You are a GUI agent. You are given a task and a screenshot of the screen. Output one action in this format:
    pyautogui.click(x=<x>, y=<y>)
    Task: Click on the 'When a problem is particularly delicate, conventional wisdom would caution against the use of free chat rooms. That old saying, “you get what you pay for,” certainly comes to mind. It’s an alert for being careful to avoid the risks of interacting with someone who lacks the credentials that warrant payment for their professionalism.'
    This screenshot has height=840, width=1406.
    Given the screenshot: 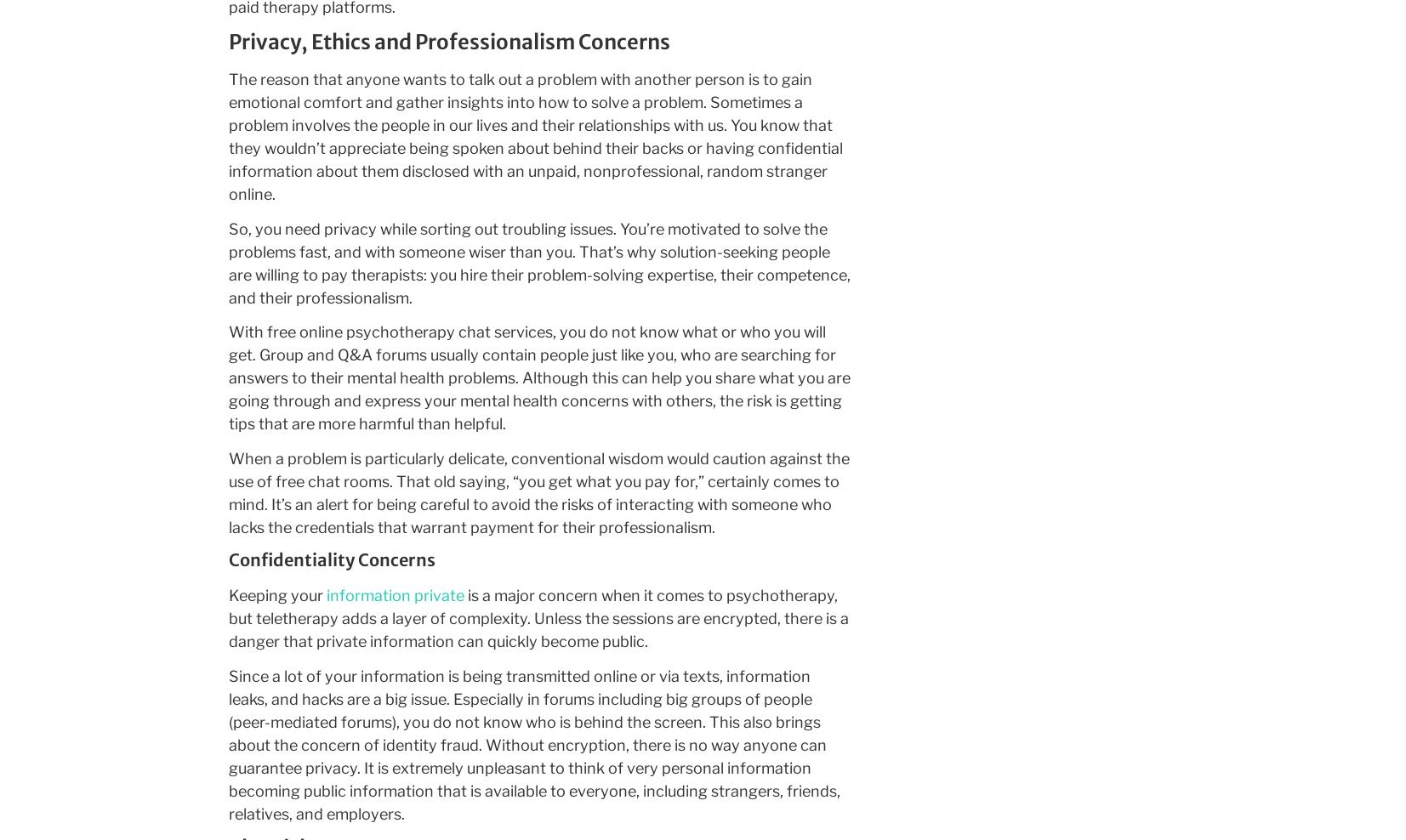 What is the action you would take?
    pyautogui.click(x=537, y=491)
    